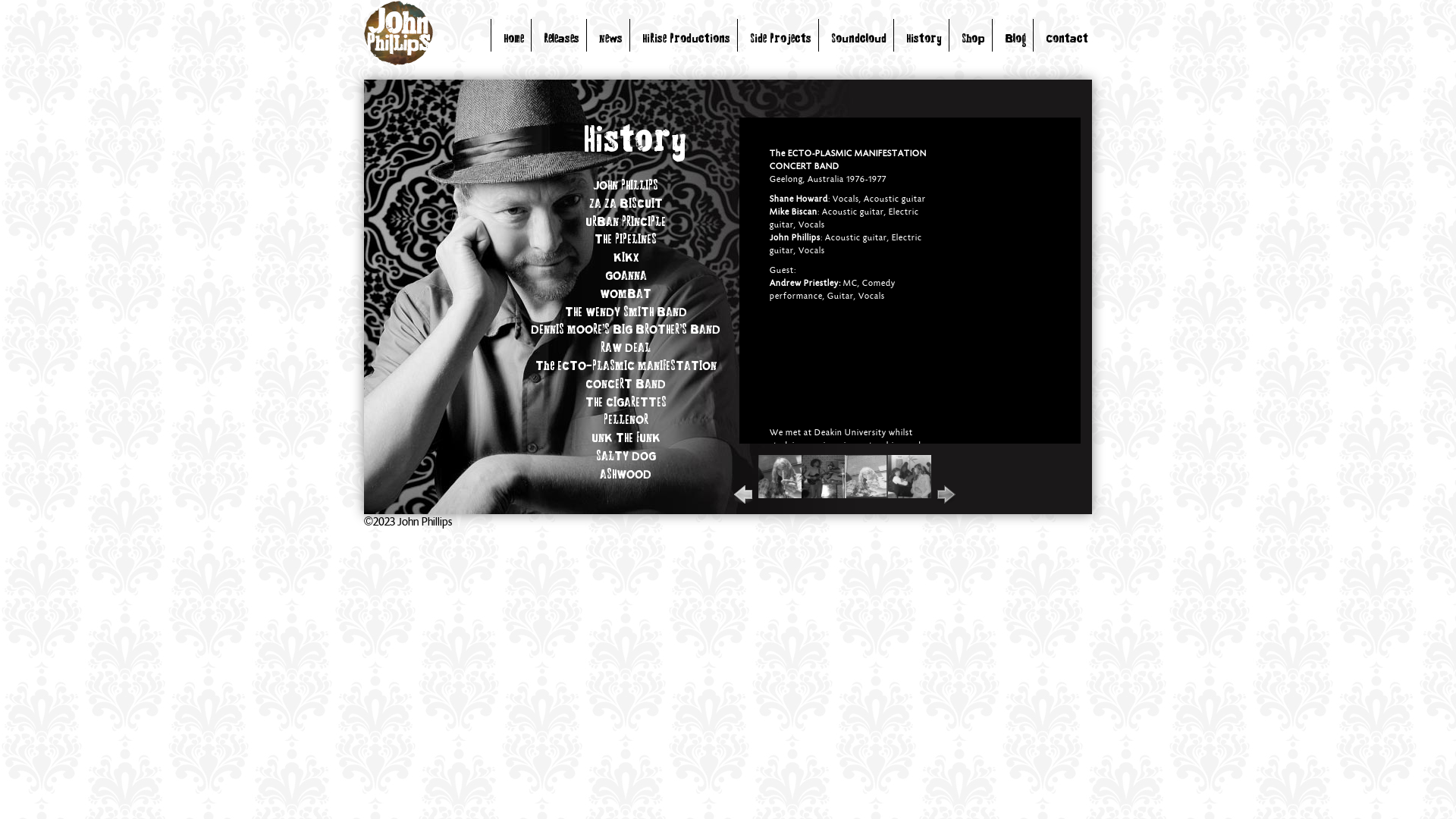 This screenshot has width=1456, height=819. Describe the element at coordinates (1015, 39) in the screenshot. I see `'Blog'` at that location.